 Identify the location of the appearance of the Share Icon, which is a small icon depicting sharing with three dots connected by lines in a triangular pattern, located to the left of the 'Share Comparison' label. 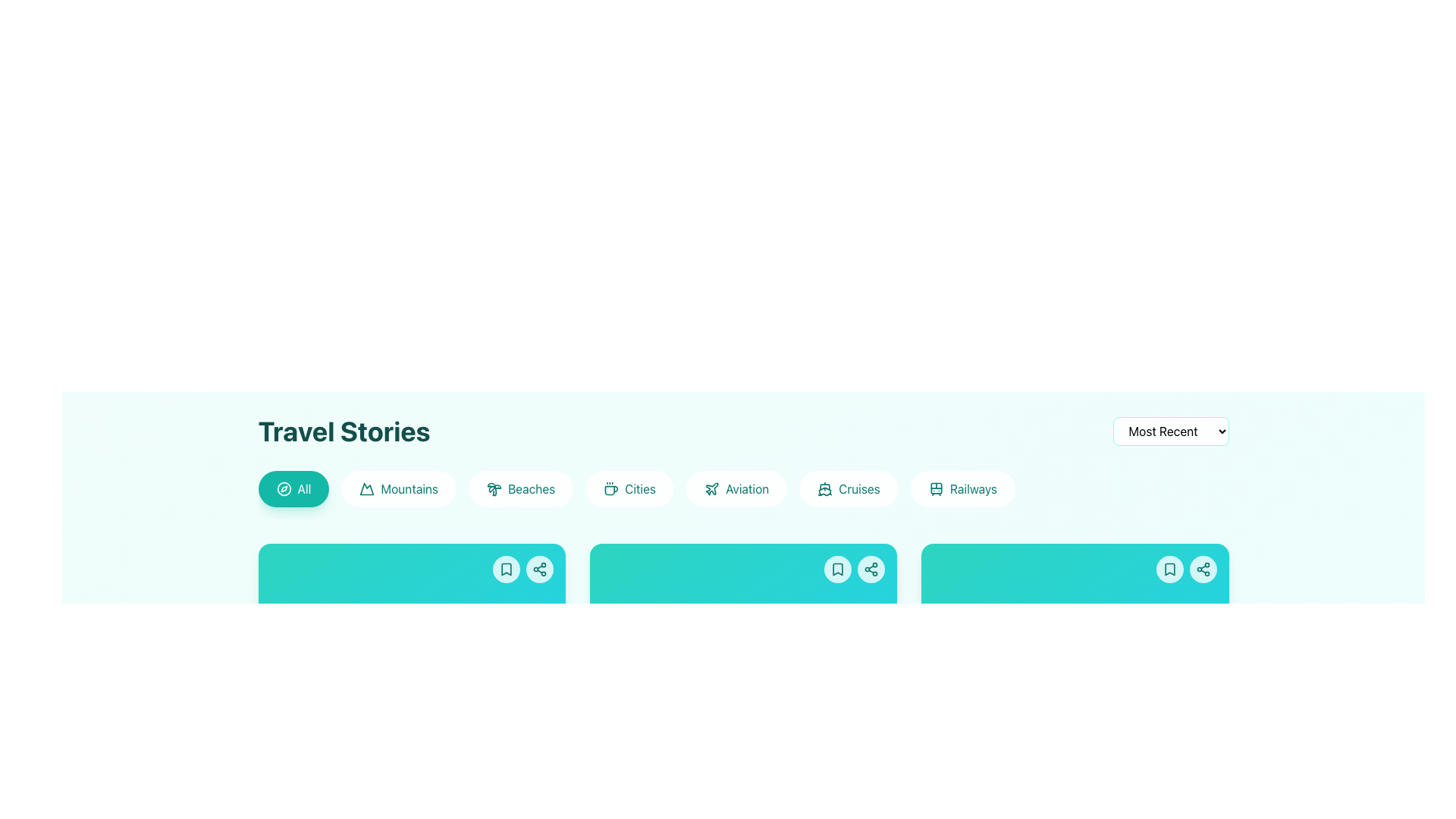
(1103, 431).